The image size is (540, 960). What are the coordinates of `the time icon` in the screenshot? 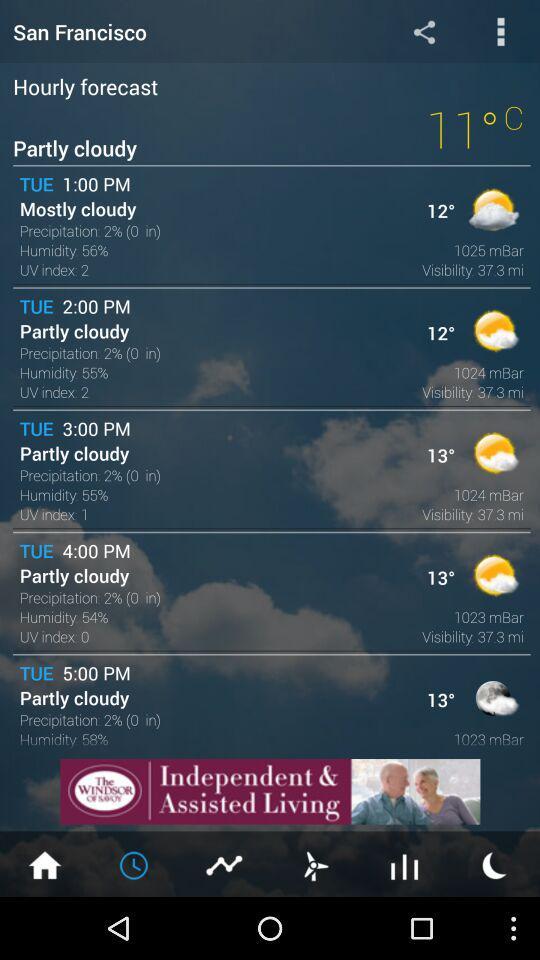 It's located at (135, 925).